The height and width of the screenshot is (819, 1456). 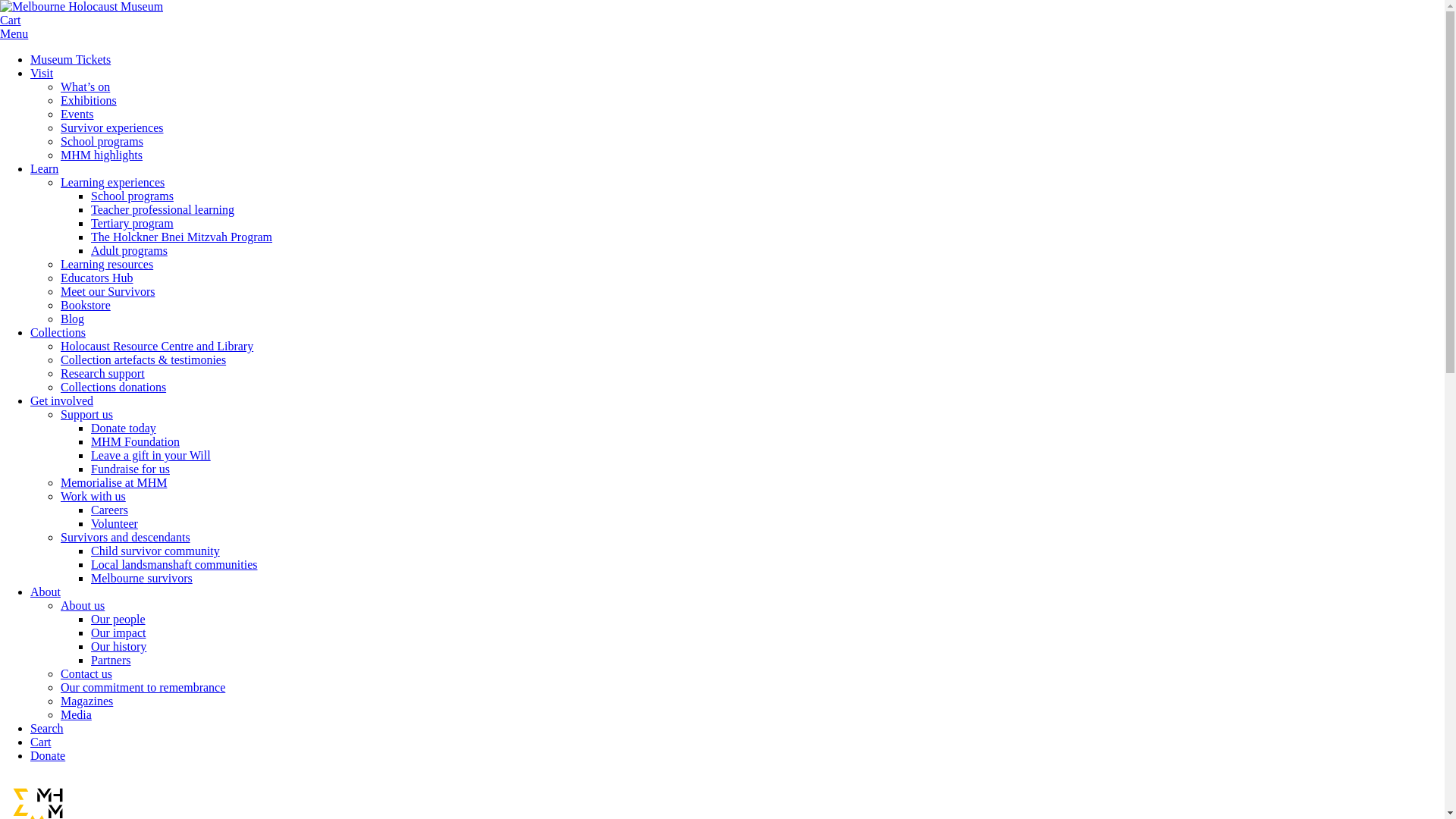 What do you see at coordinates (111, 181) in the screenshot?
I see `'Learning experiences'` at bounding box center [111, 181].